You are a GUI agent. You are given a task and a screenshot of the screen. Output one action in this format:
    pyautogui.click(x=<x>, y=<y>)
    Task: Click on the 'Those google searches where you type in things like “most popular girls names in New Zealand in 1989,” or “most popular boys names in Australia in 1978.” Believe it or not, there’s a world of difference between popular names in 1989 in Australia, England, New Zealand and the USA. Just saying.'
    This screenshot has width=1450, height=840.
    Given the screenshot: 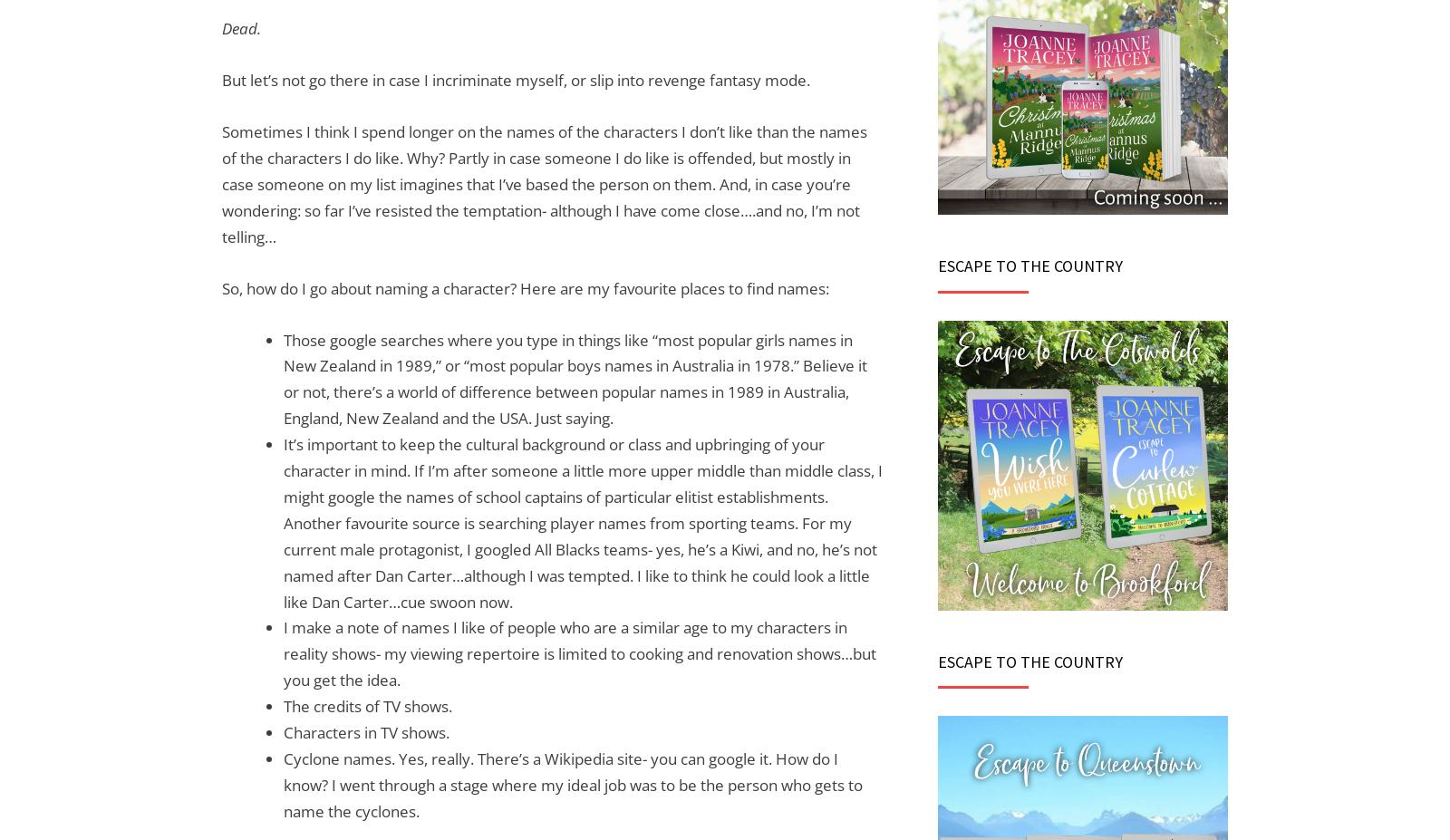 What is the action you would take?
    pyautogui.click(x=575, y=377)
    